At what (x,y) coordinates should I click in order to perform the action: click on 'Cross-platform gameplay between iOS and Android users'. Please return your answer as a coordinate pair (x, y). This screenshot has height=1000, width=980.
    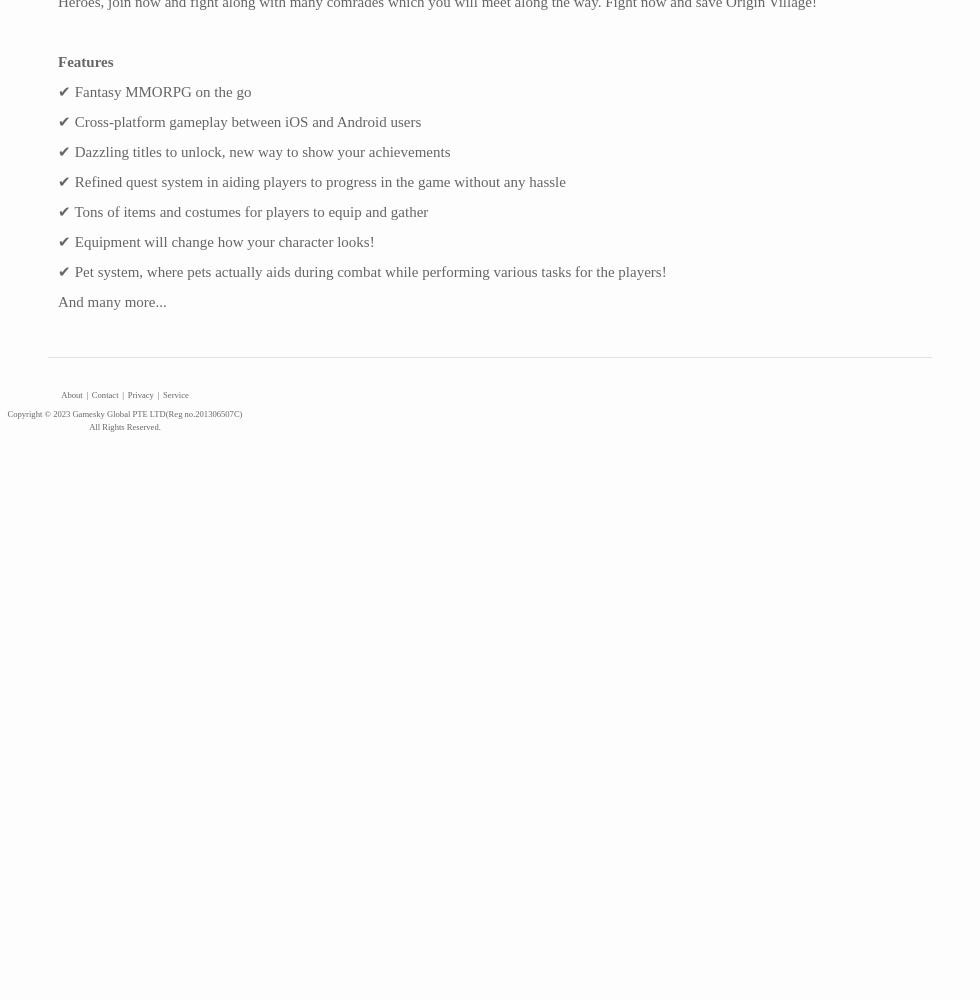
    Looking at the image, I should click on (70, 121).